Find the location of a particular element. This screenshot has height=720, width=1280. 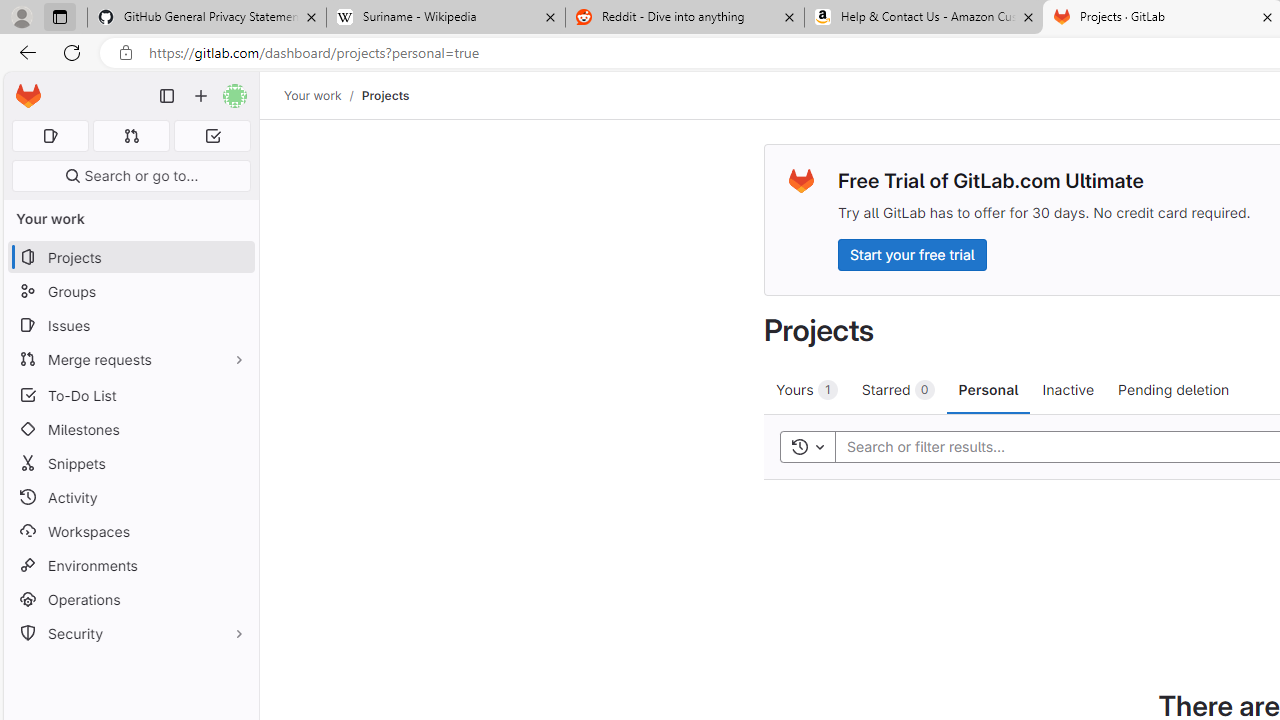

'Suriname - Wikipedia' is located at coordinates (444, 17).